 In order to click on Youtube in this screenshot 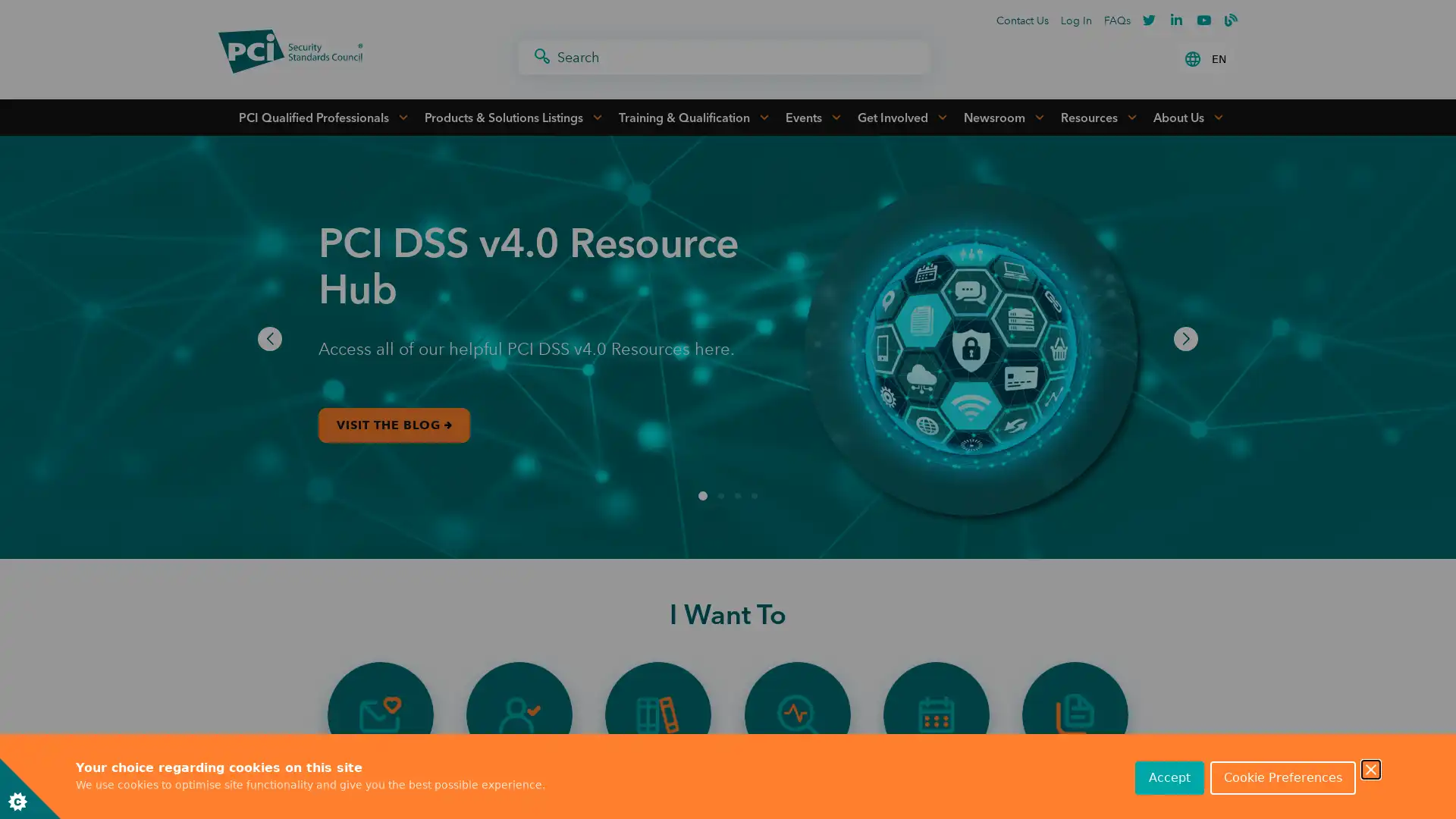, I will do `click(1203, 19)`.